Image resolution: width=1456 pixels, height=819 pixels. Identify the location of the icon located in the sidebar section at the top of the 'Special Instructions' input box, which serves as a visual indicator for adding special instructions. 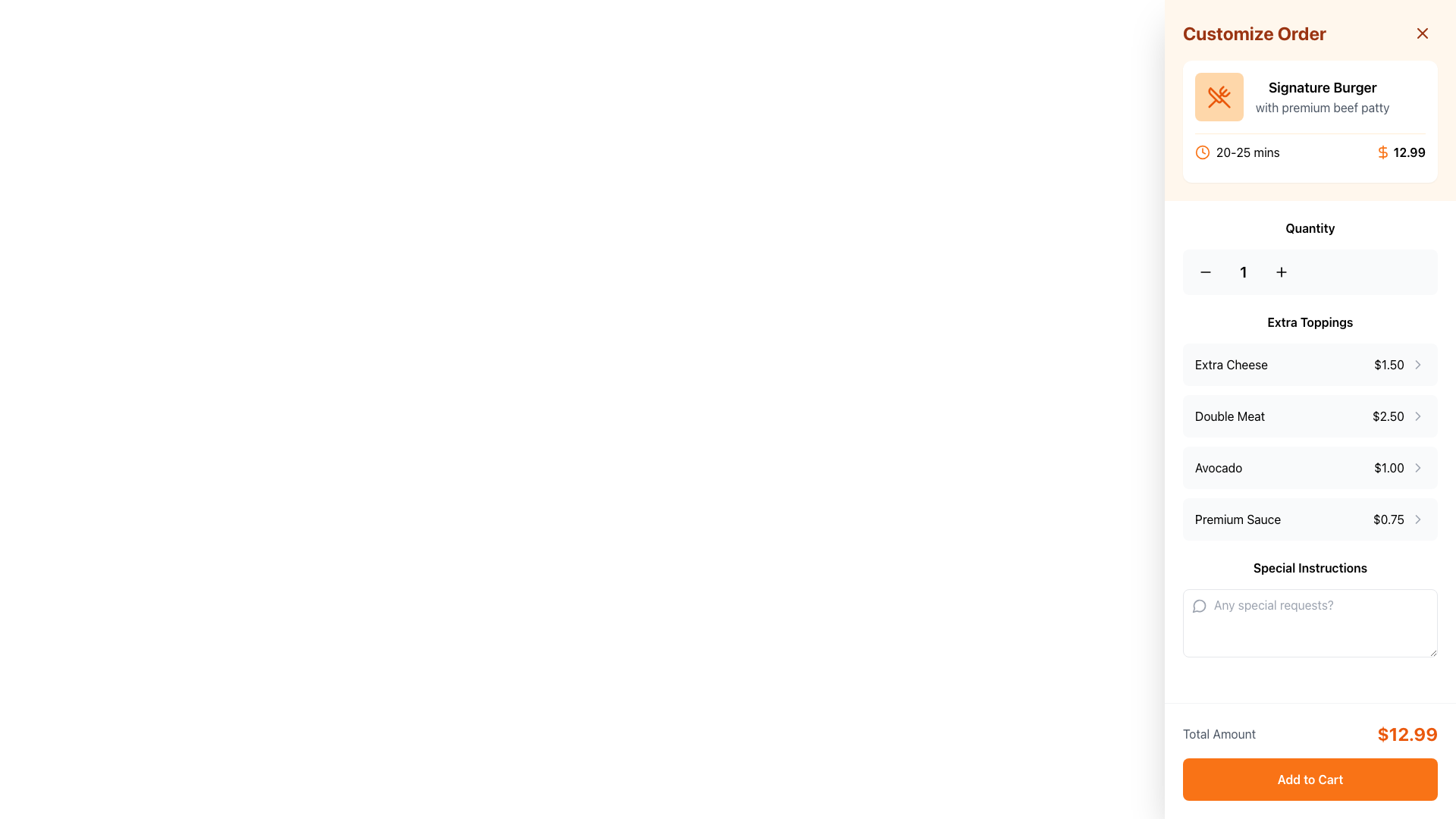
(1198, 605).